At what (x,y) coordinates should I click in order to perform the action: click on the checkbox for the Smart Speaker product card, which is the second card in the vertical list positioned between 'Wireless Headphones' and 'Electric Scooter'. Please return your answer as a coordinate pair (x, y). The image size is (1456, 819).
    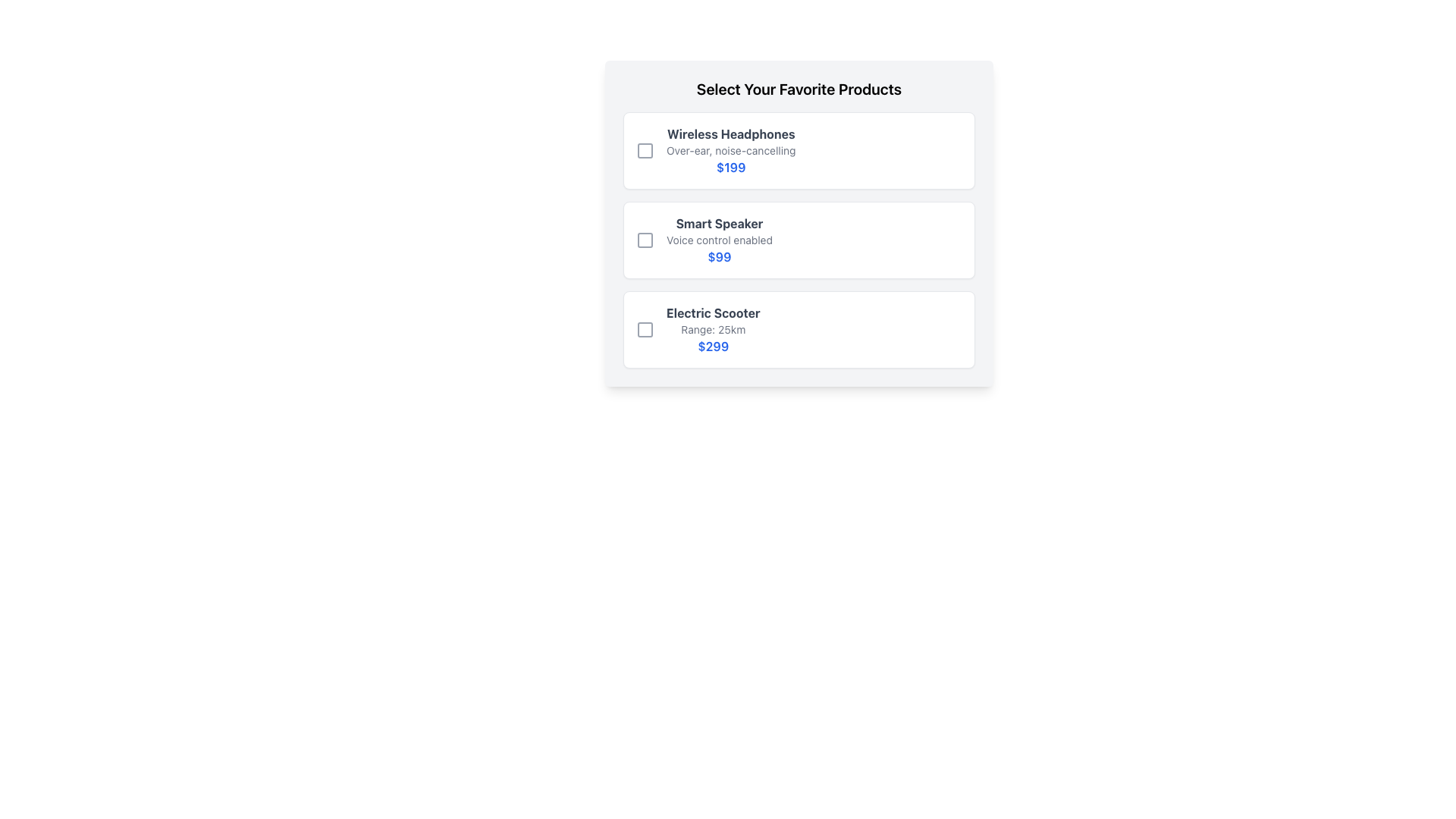
    Looking at the image, I should click on (799, 223).